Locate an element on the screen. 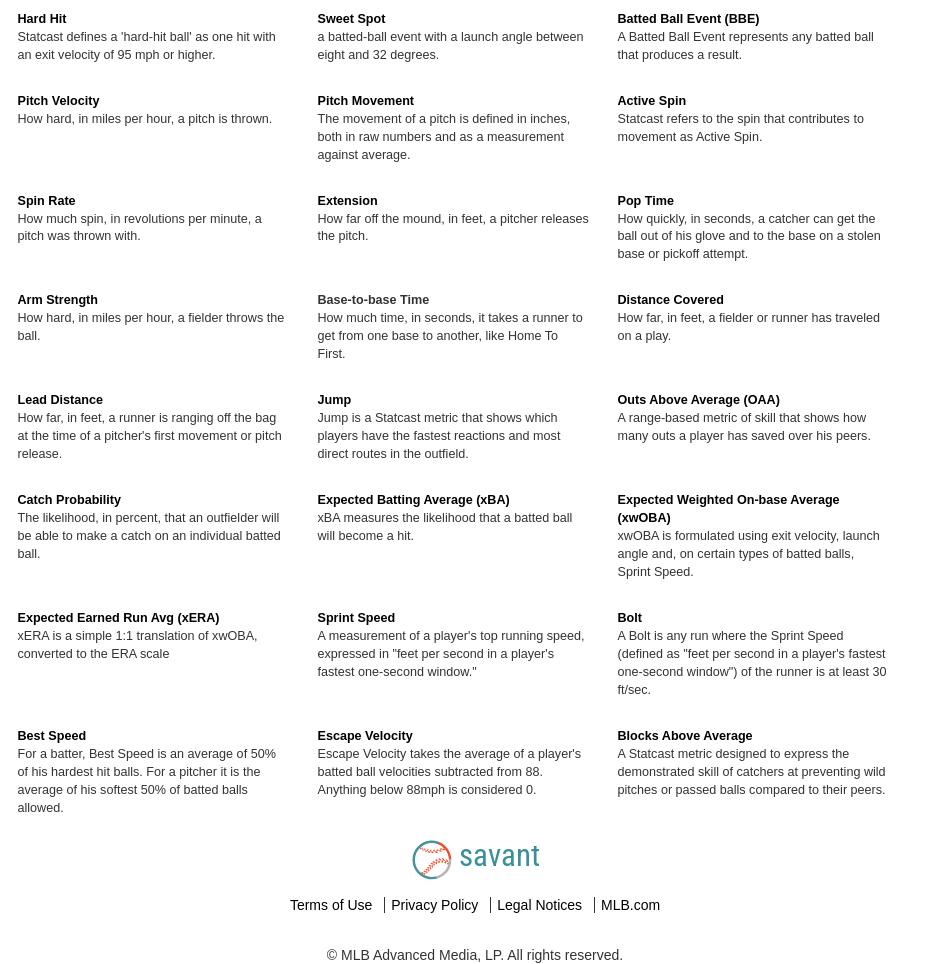  'A Statcast metric designed to express the demonstrated skill of catchers at preventing wild pitches or passed balls compared to their peers.' is located at coordinates (749, 771).